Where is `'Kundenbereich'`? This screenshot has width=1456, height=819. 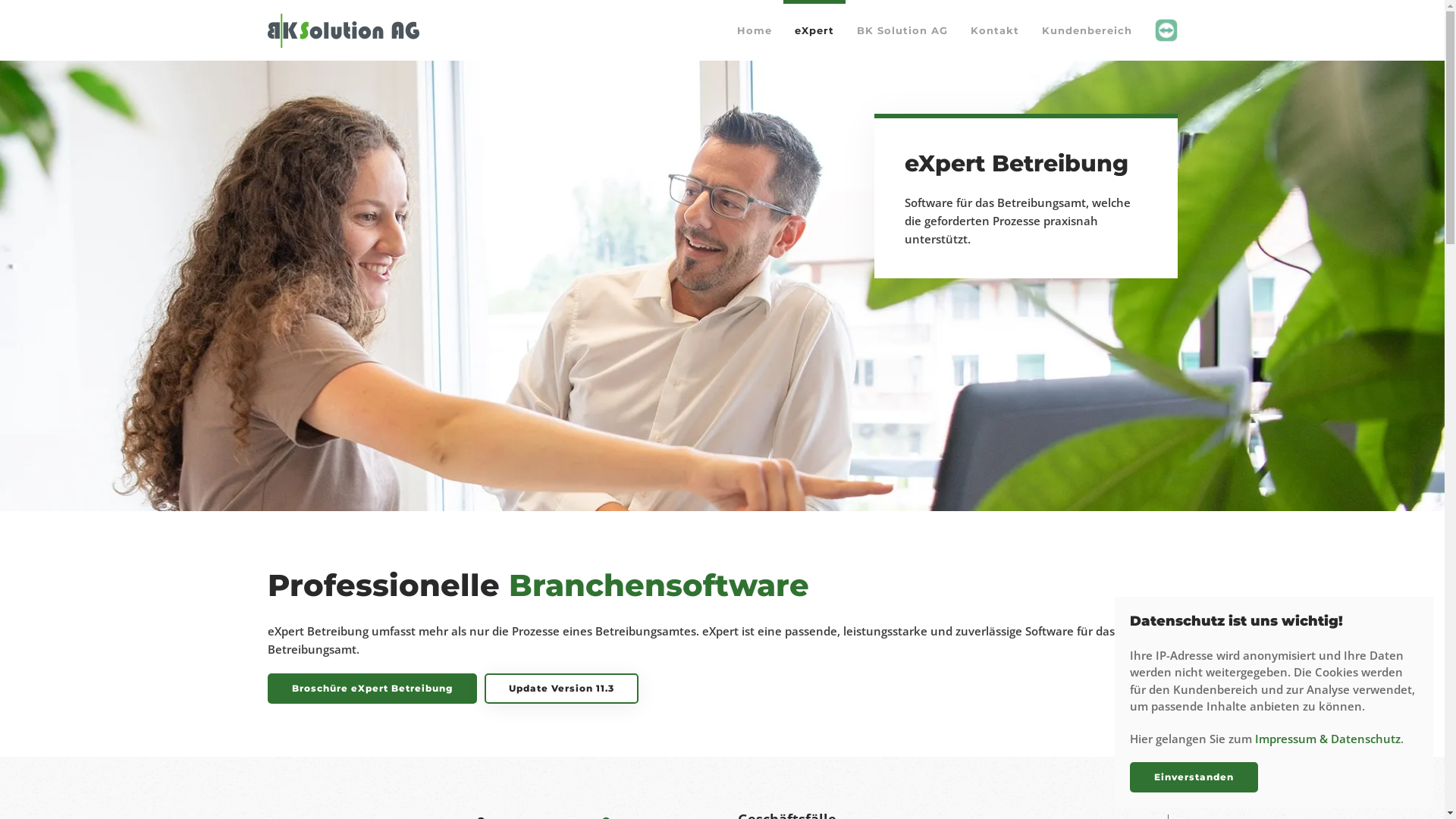
'Kundenbereich' is located at coordinates (1085, 30).